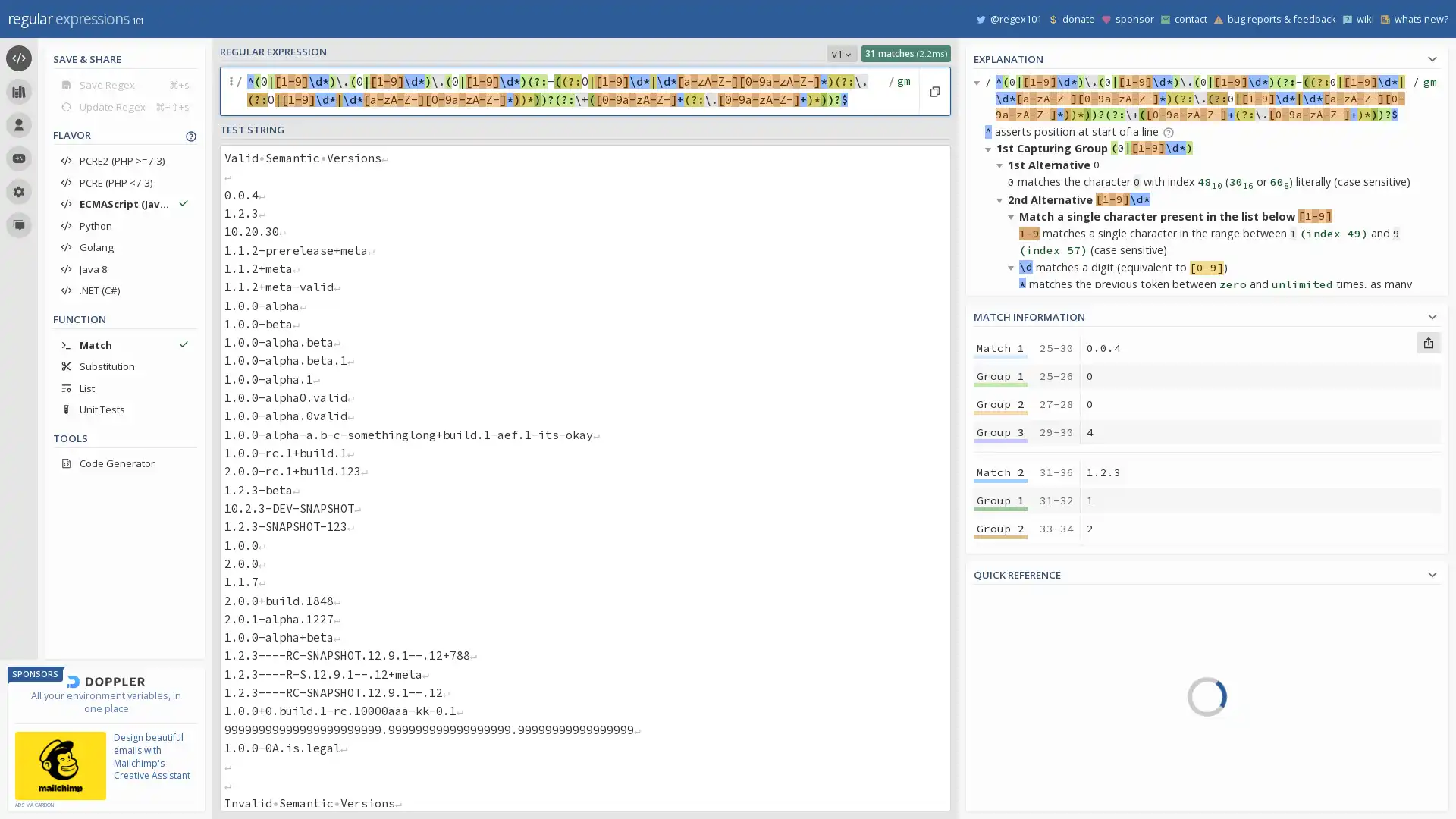 This screenshot has width=1456, height=819. I want to click on Python, so click(124, 225).